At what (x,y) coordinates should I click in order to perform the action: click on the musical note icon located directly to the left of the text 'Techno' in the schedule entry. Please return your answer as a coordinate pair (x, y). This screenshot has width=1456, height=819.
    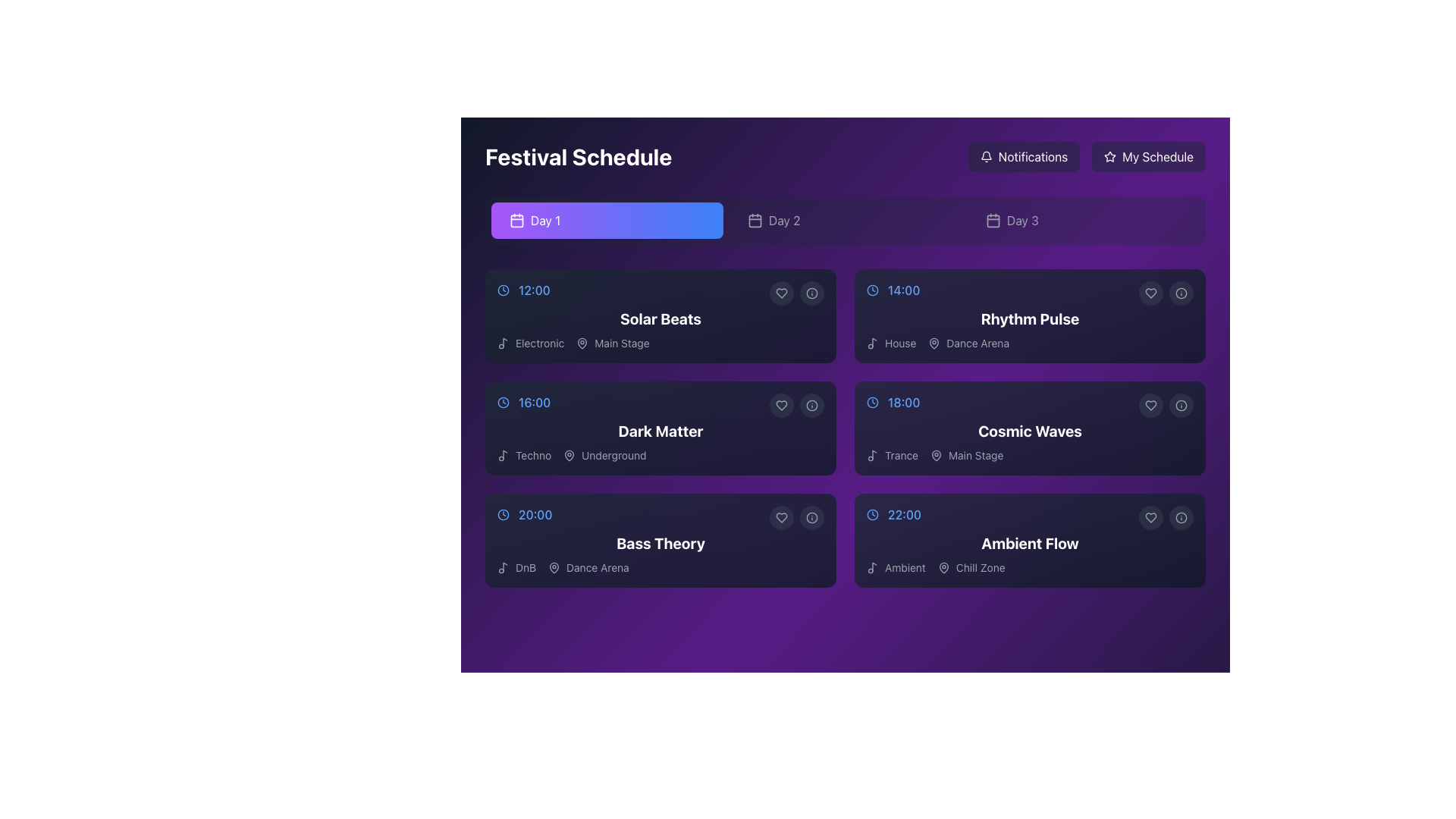
    Looking at the image, I should click on (503, 455).